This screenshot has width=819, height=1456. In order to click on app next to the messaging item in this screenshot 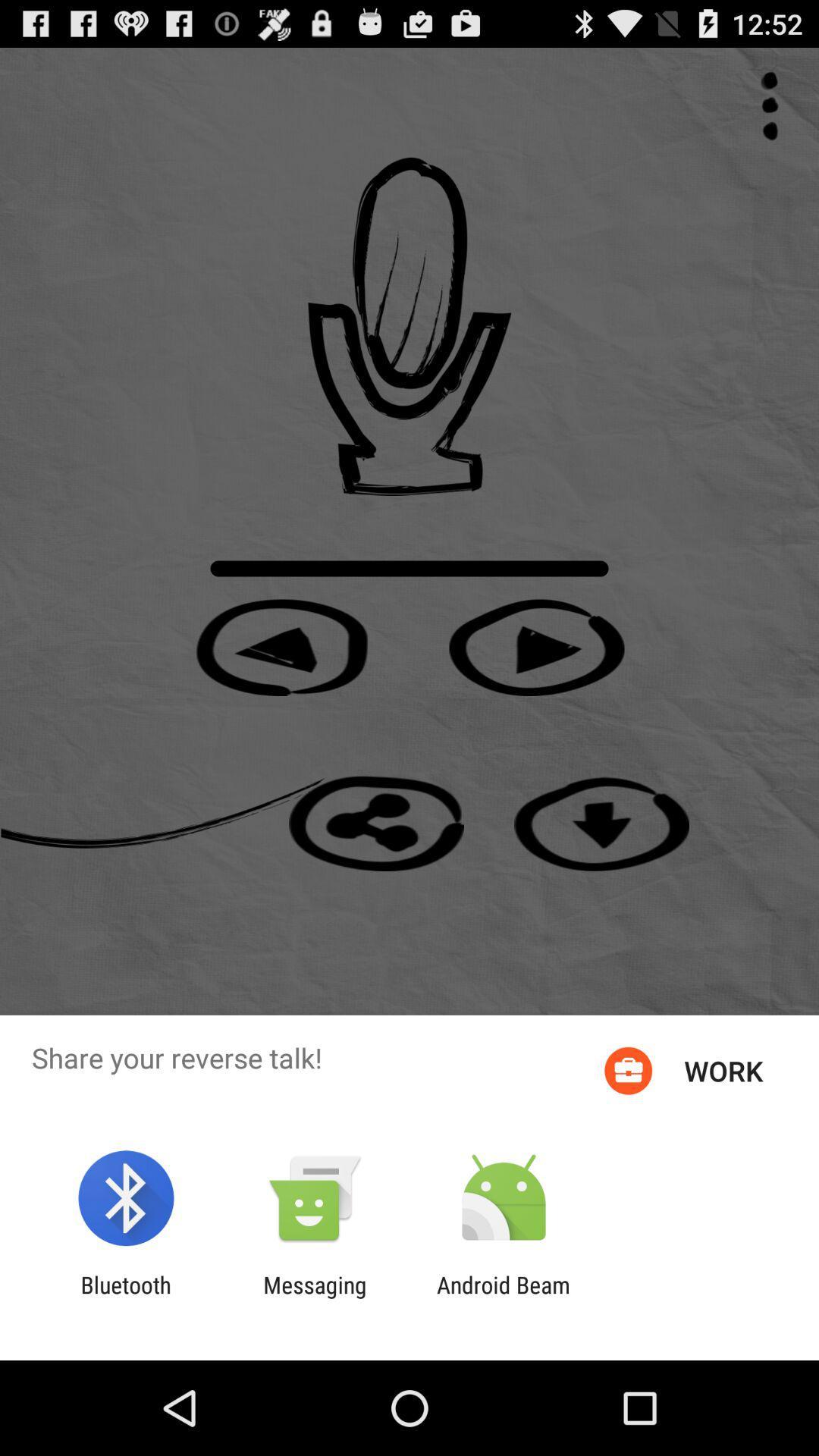, I will do `click(125, 1298)`.